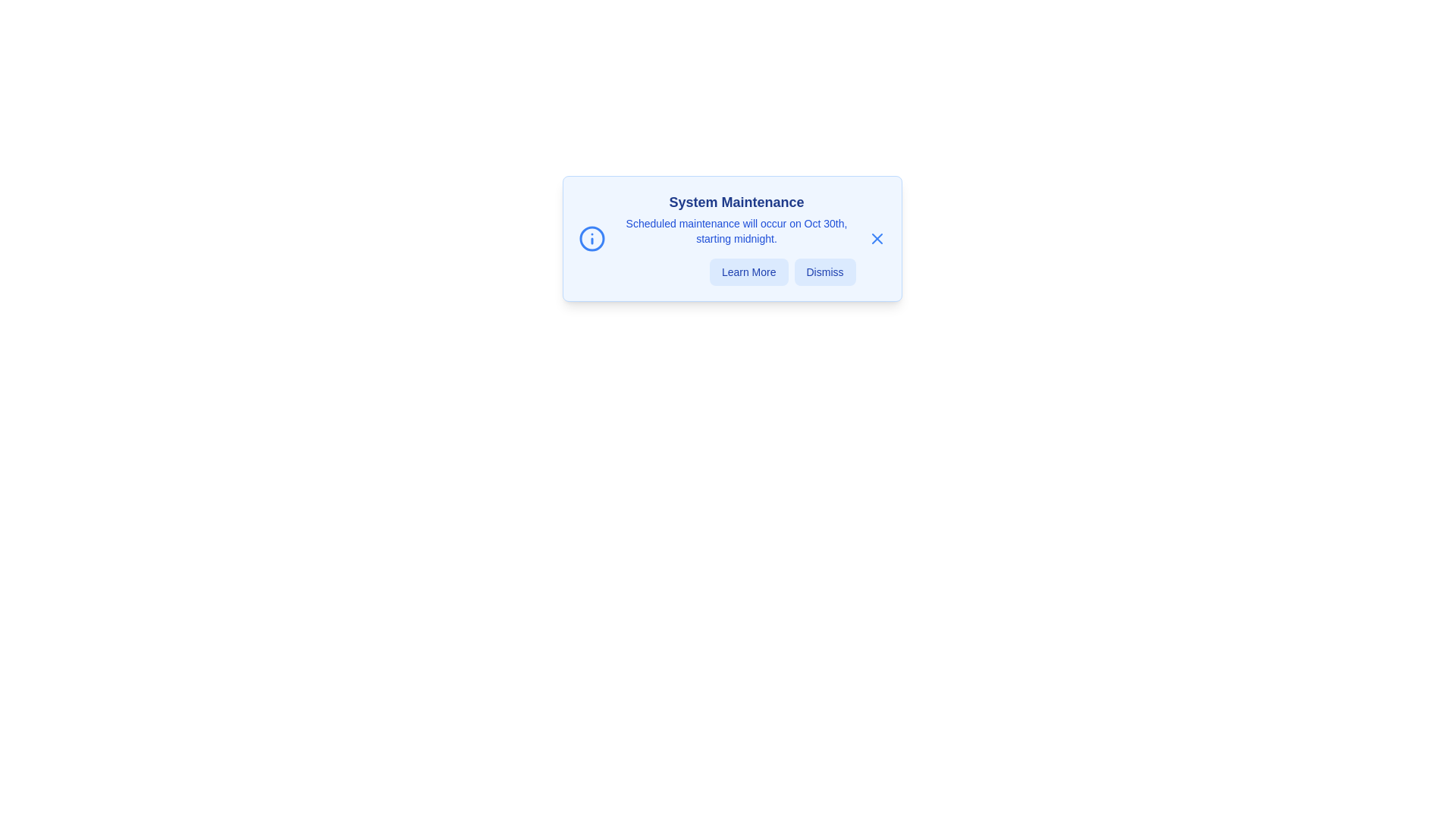  I want to click on the 'Learn More' button, which has a light blue background and blue text, so click(748, 271).